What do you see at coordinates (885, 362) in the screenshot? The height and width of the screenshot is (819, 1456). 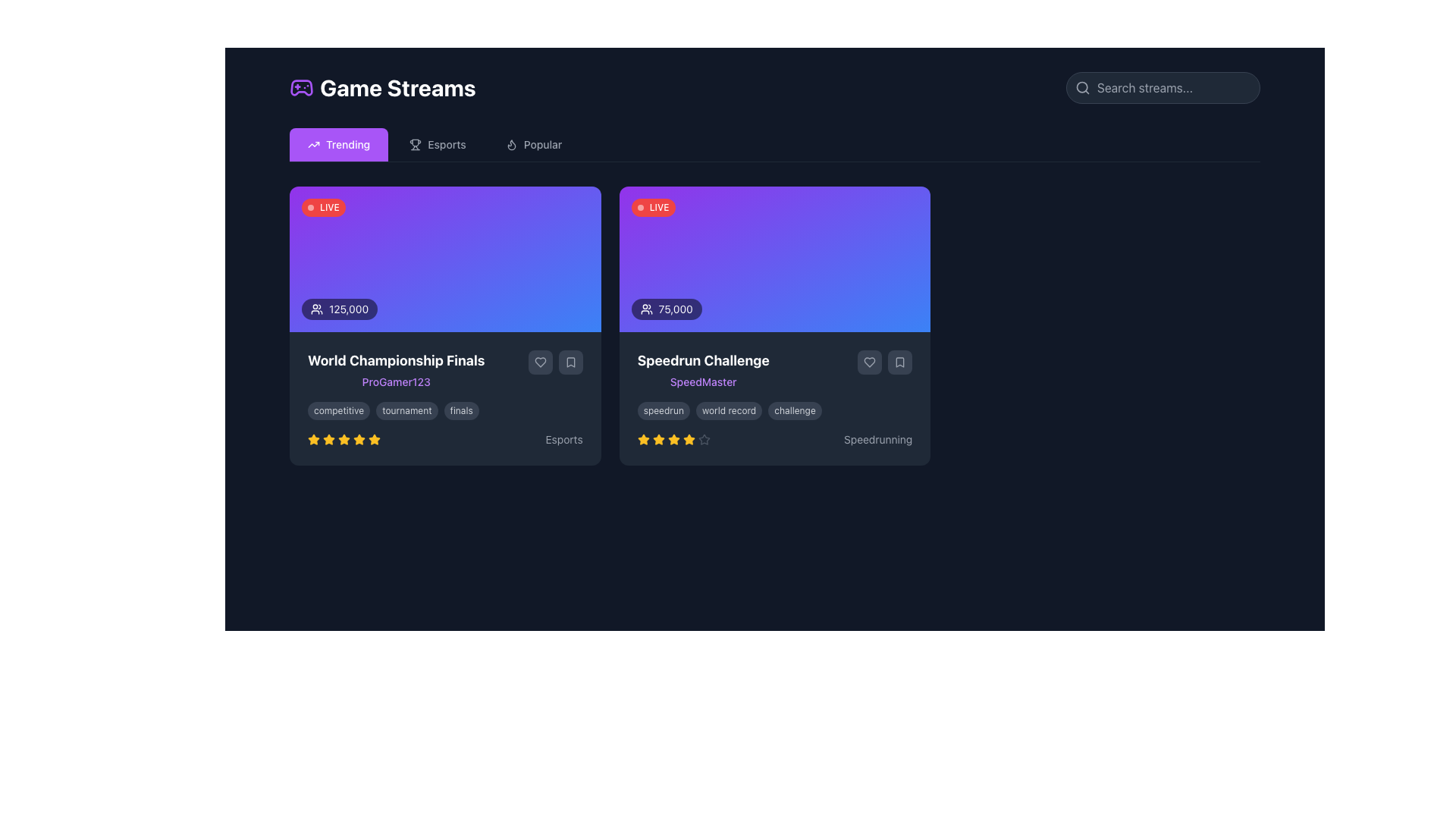 I see `the heart icon in the Interactive button group located within the 'Speedrun Challenge' card on the right side, below the 'SpeedMaster' text` at bounding box center [885, 362].